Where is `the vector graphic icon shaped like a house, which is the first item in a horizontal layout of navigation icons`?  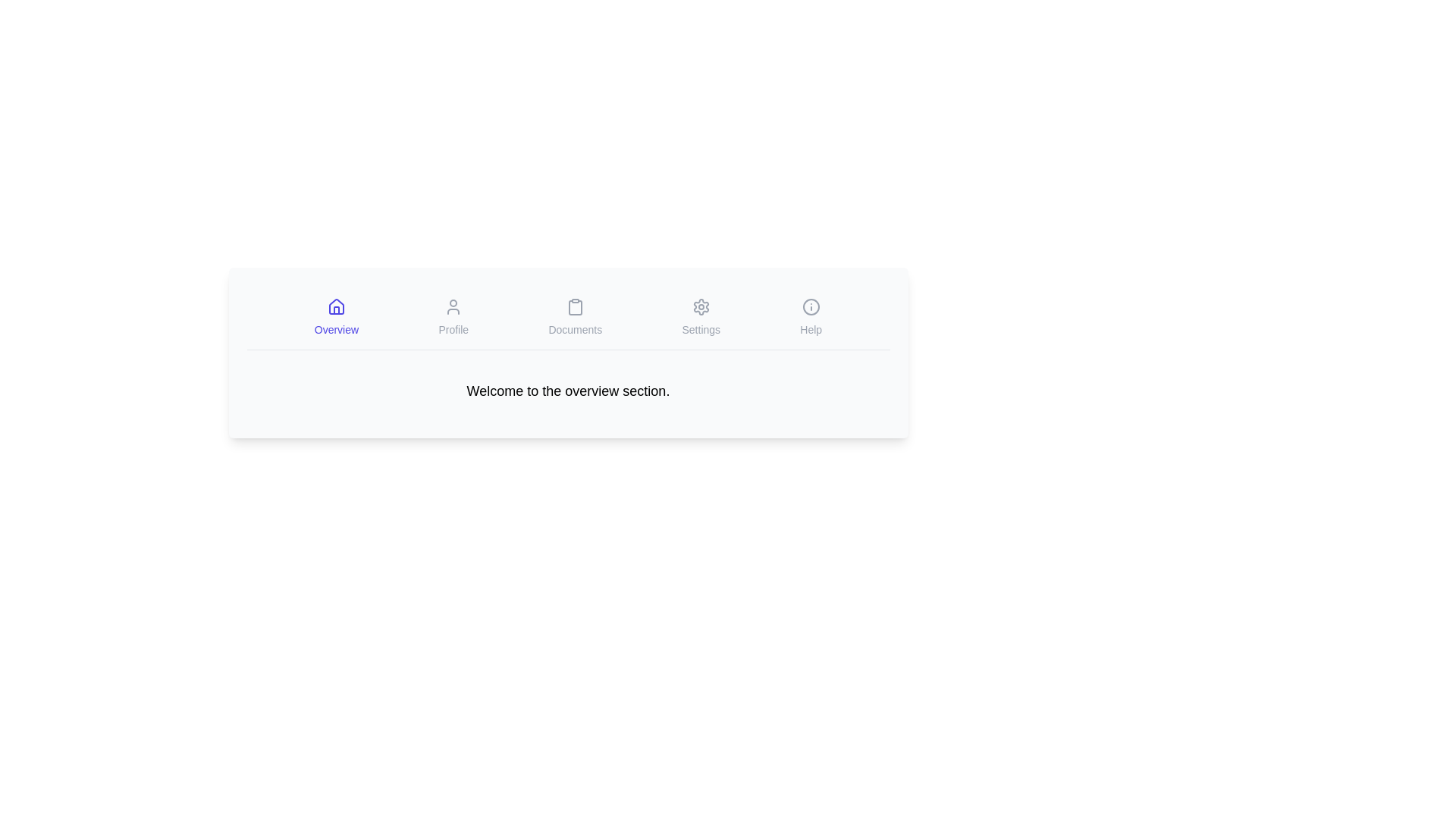
the vector graphic icon shaped like a house, which is the first item in a horizontal layout of navigation icons is located at coordinates (335, 306).